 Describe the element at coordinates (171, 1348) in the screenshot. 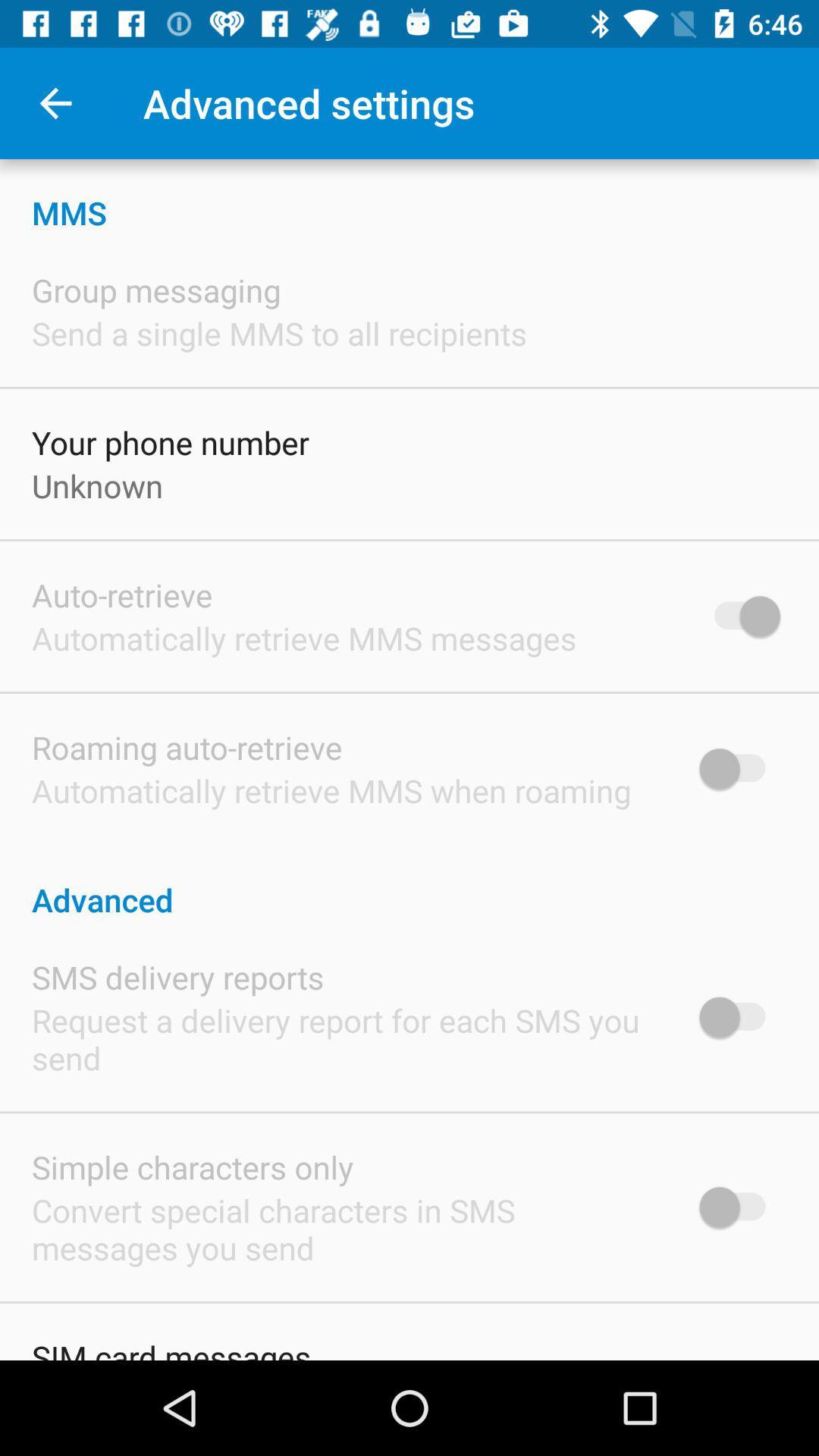

I see `sim card messages icon` at that location.